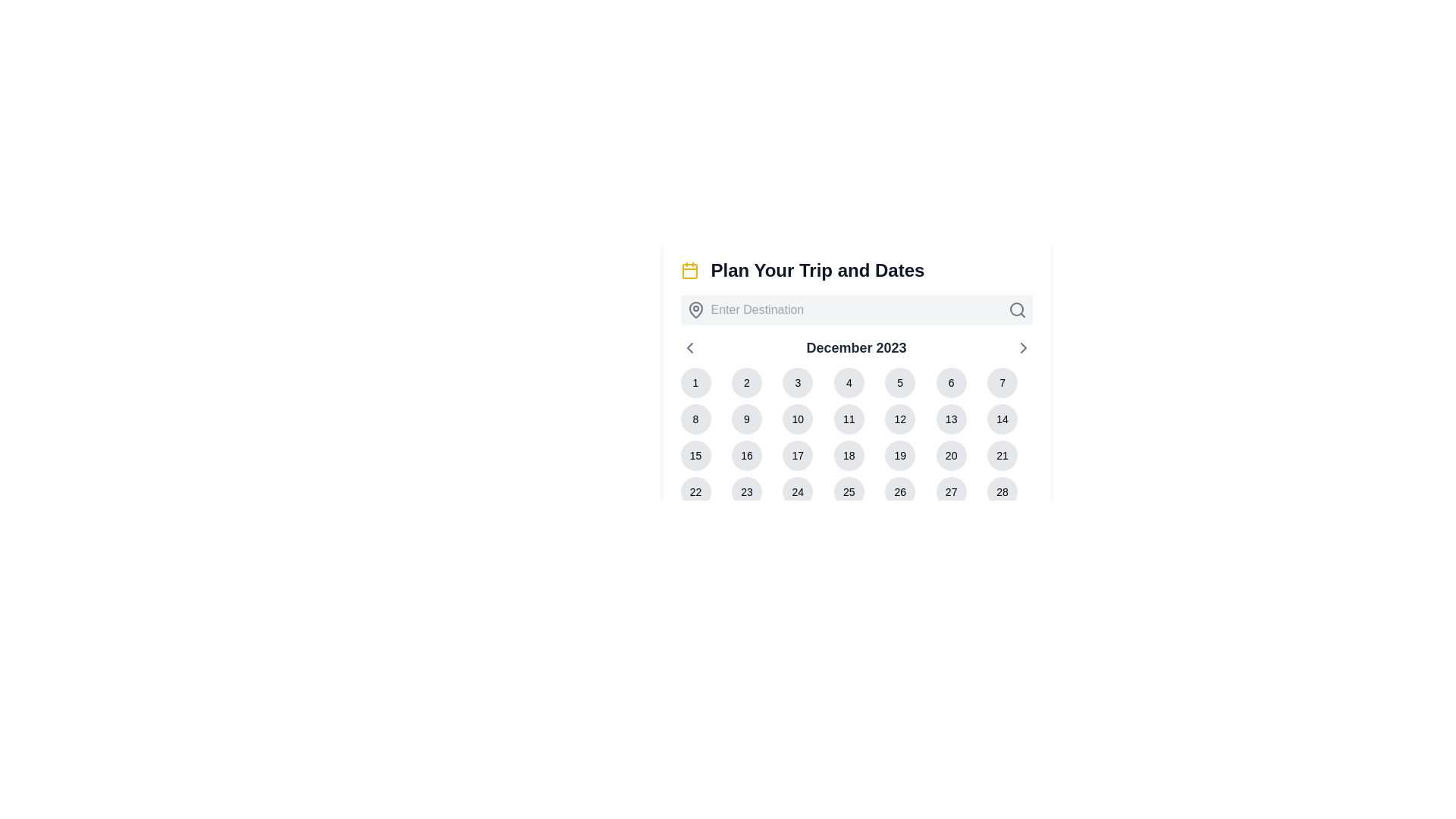 The width and height of the screenshot is (1456, 819). What do you see at coordinates (746, 491) in the screenshot?
I see `the circular button labeled '23' with a gray background and black text, located in the grid under 'December 2023' in the fourth row and second column` at bounding box center [746, 491].